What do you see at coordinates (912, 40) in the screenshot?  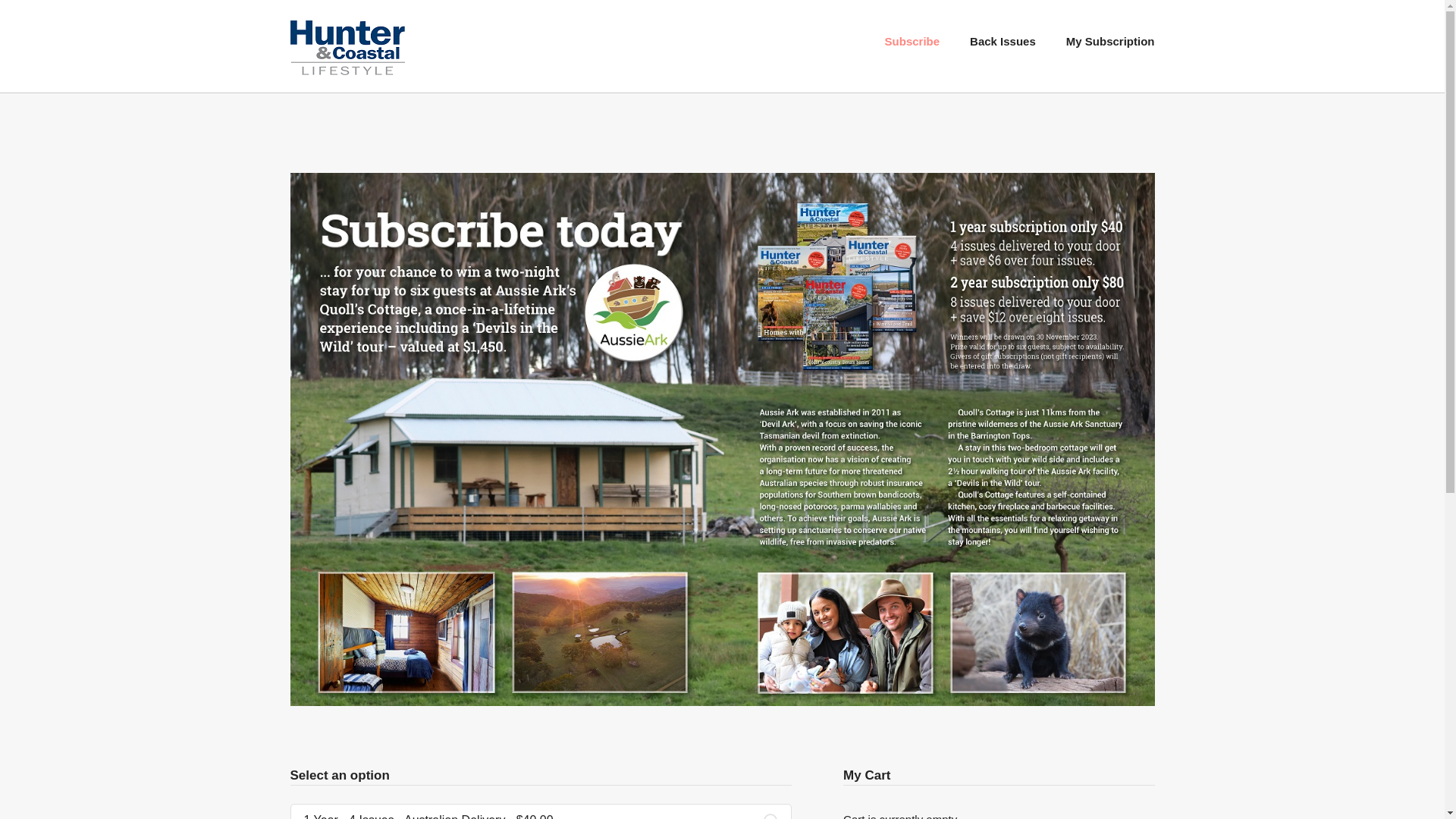 I see `'Subscribe'` at bounding box center [912, 40].